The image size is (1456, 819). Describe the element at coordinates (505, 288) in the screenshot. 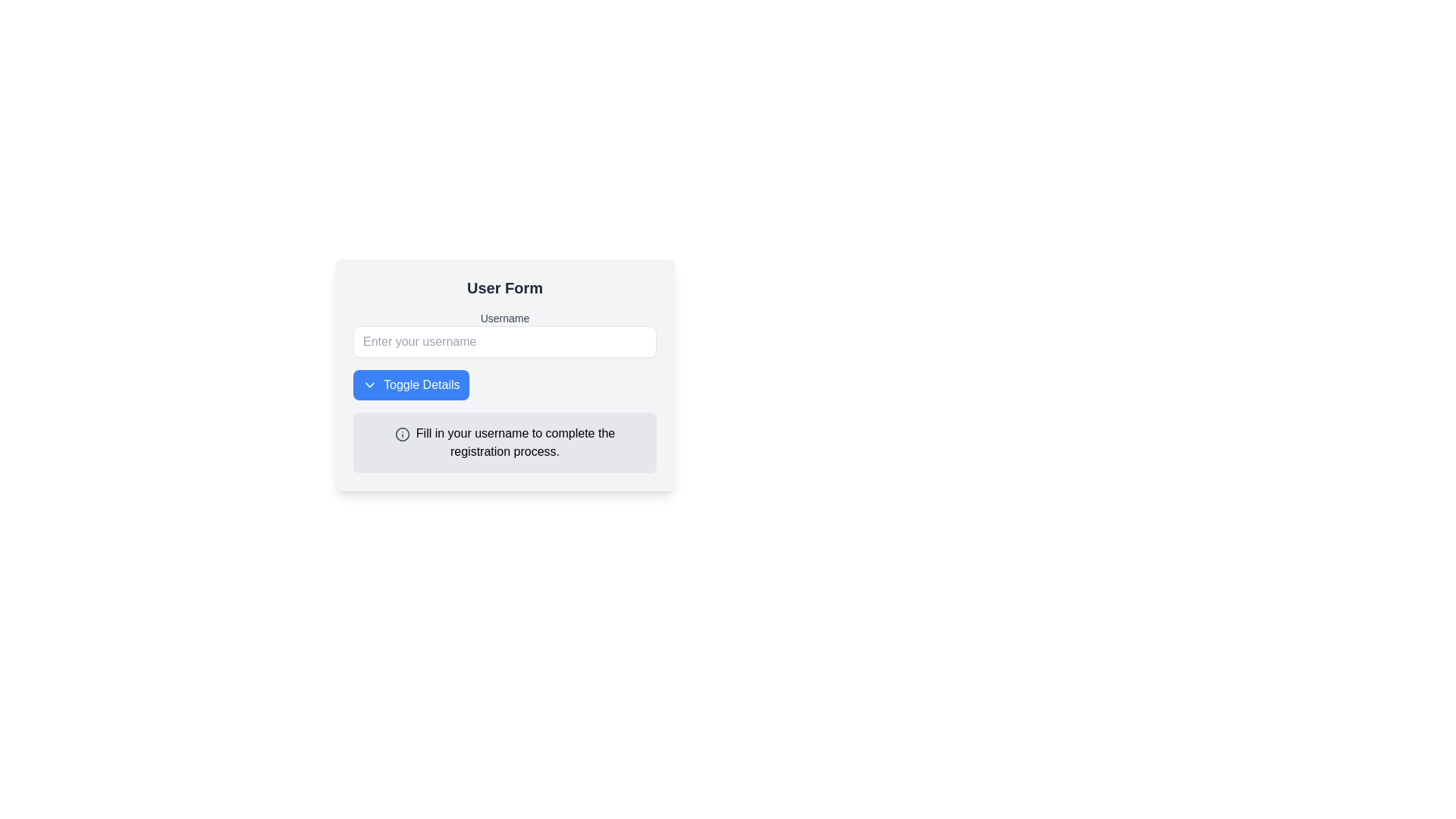

I see `the prominent header styled with larger font size and bold, dark gray text located at the top of the card-like section` at that location.